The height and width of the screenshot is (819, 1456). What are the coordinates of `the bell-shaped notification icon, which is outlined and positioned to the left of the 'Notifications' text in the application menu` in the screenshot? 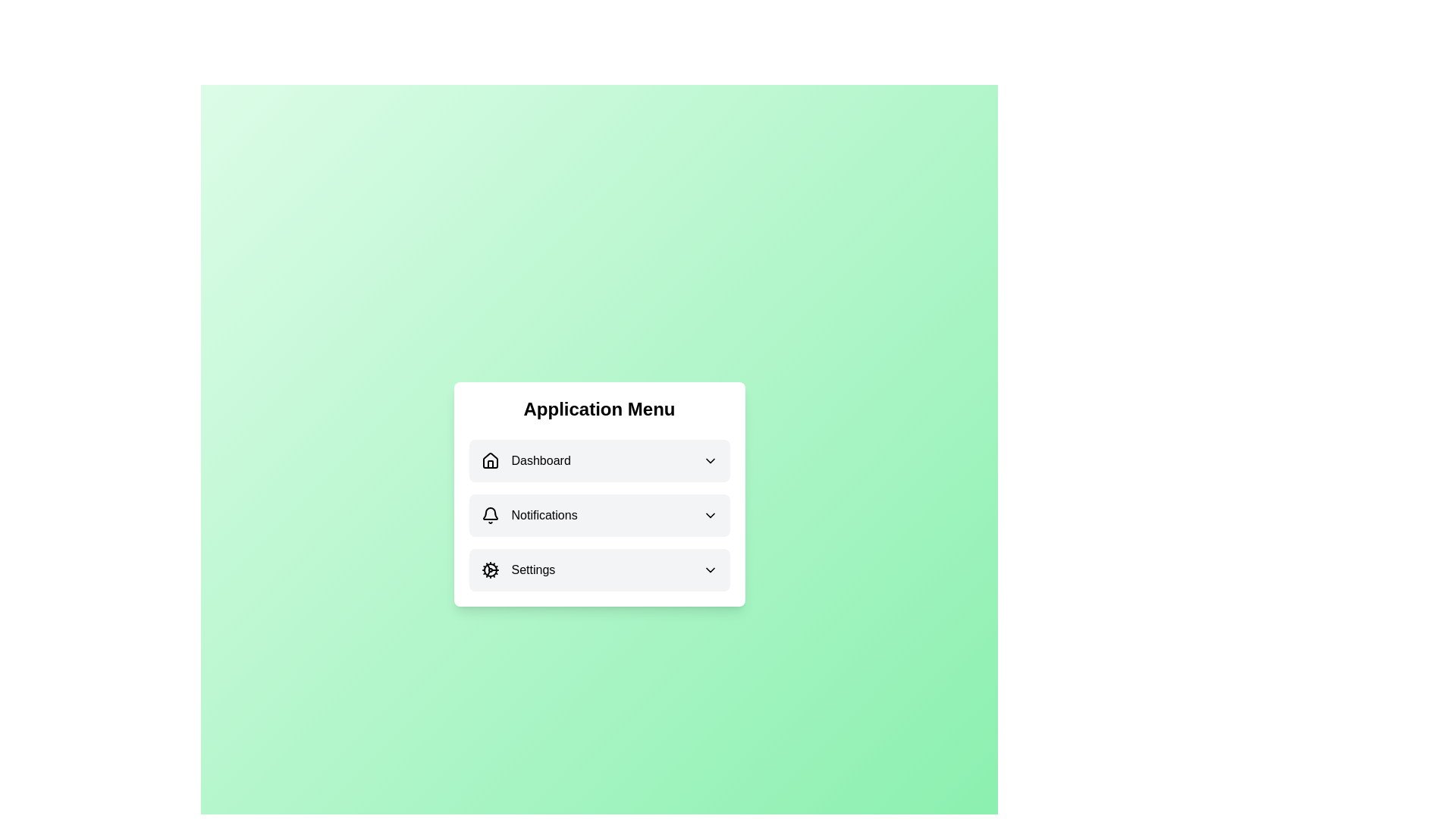 It's located at (490, 514).